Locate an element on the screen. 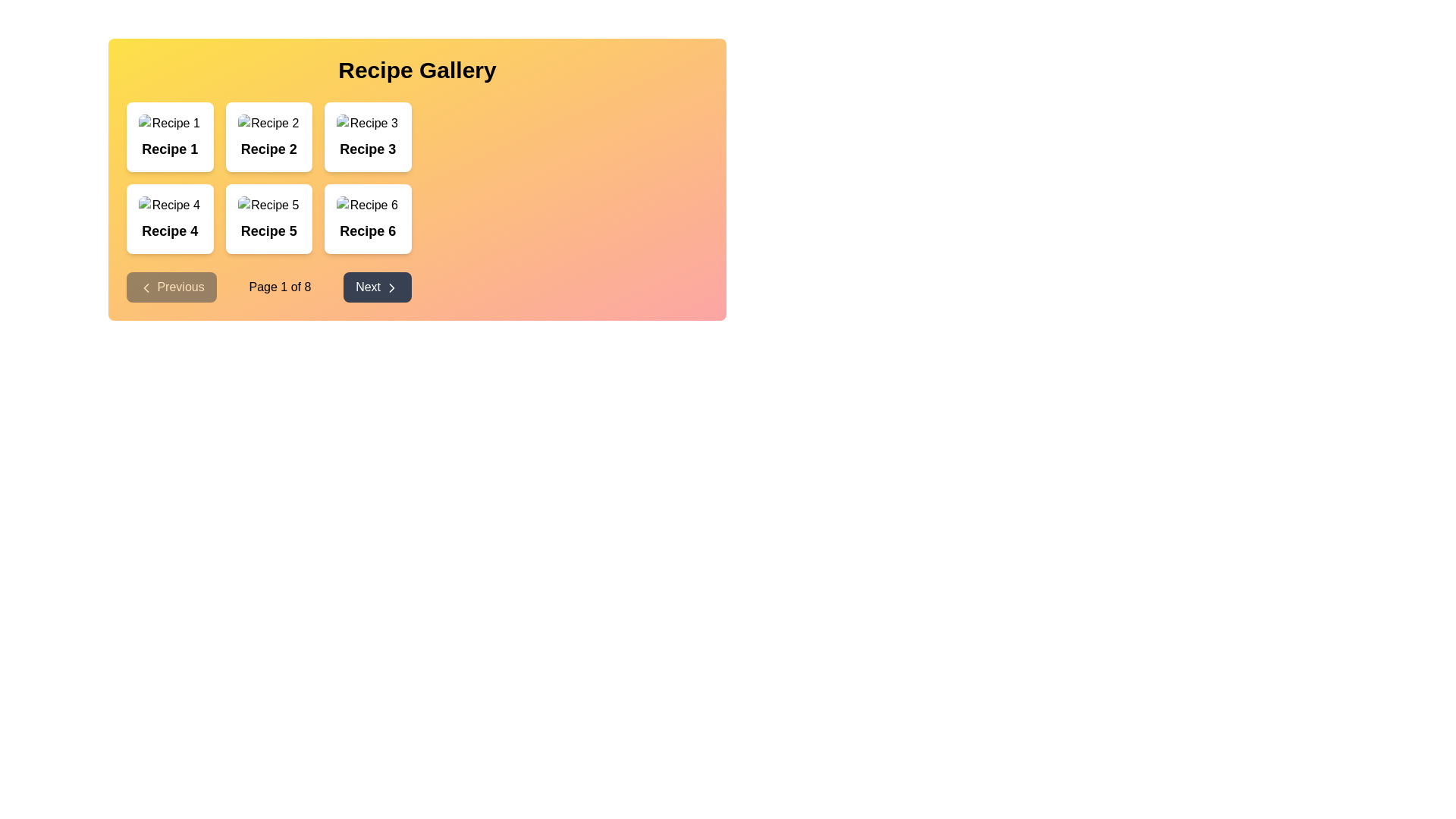 The width and height of the screenshot is (1456, 819). the Text label displaying the title or name of the recipe in the second row, middle column of the 'Recipe Gallery' card is located at coordinates (268, 231).